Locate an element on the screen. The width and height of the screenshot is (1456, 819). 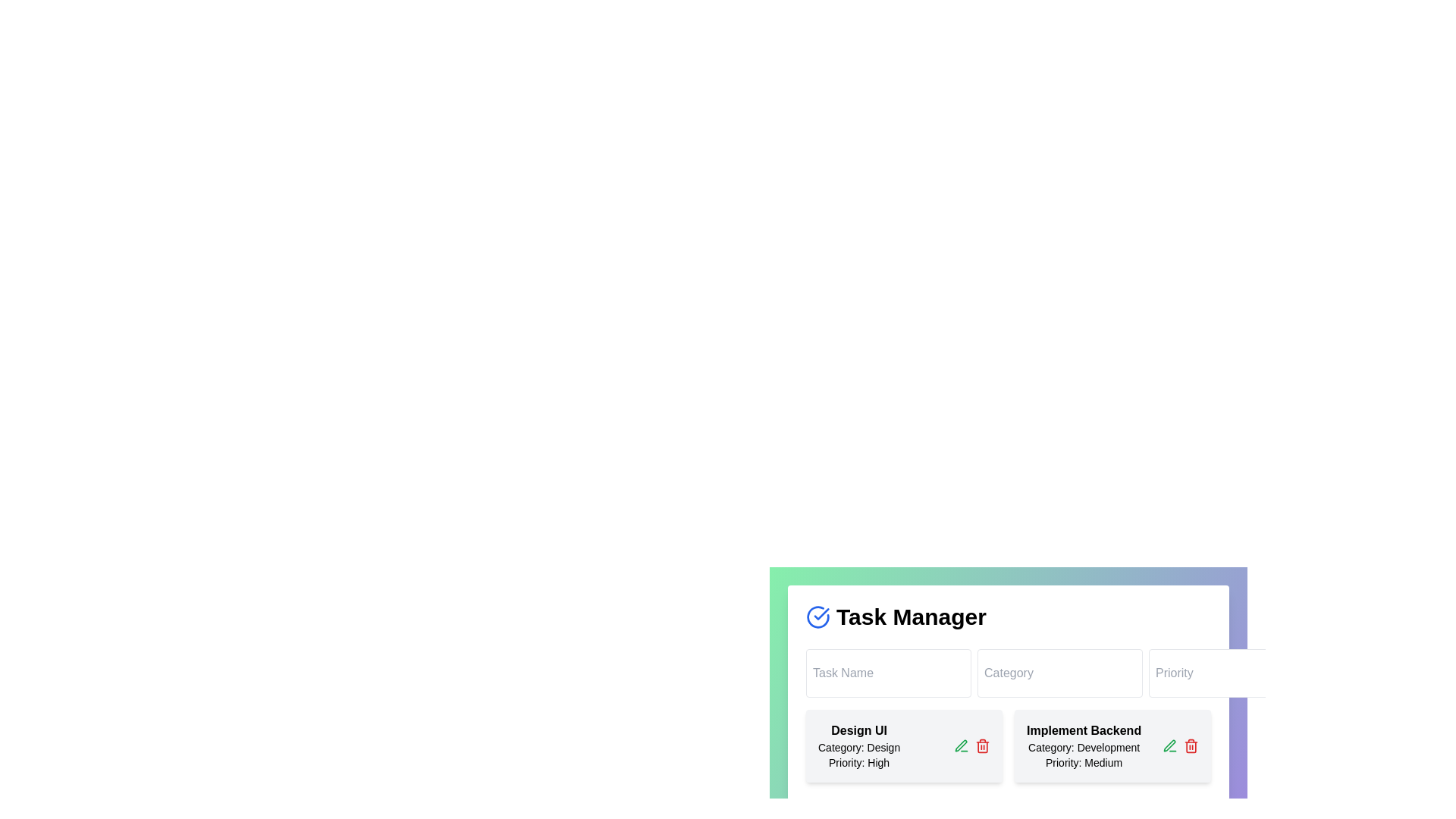
the editing icon located next to the 'Implement Backend' section to initiate an editing action is located at coordinates (960, 745).